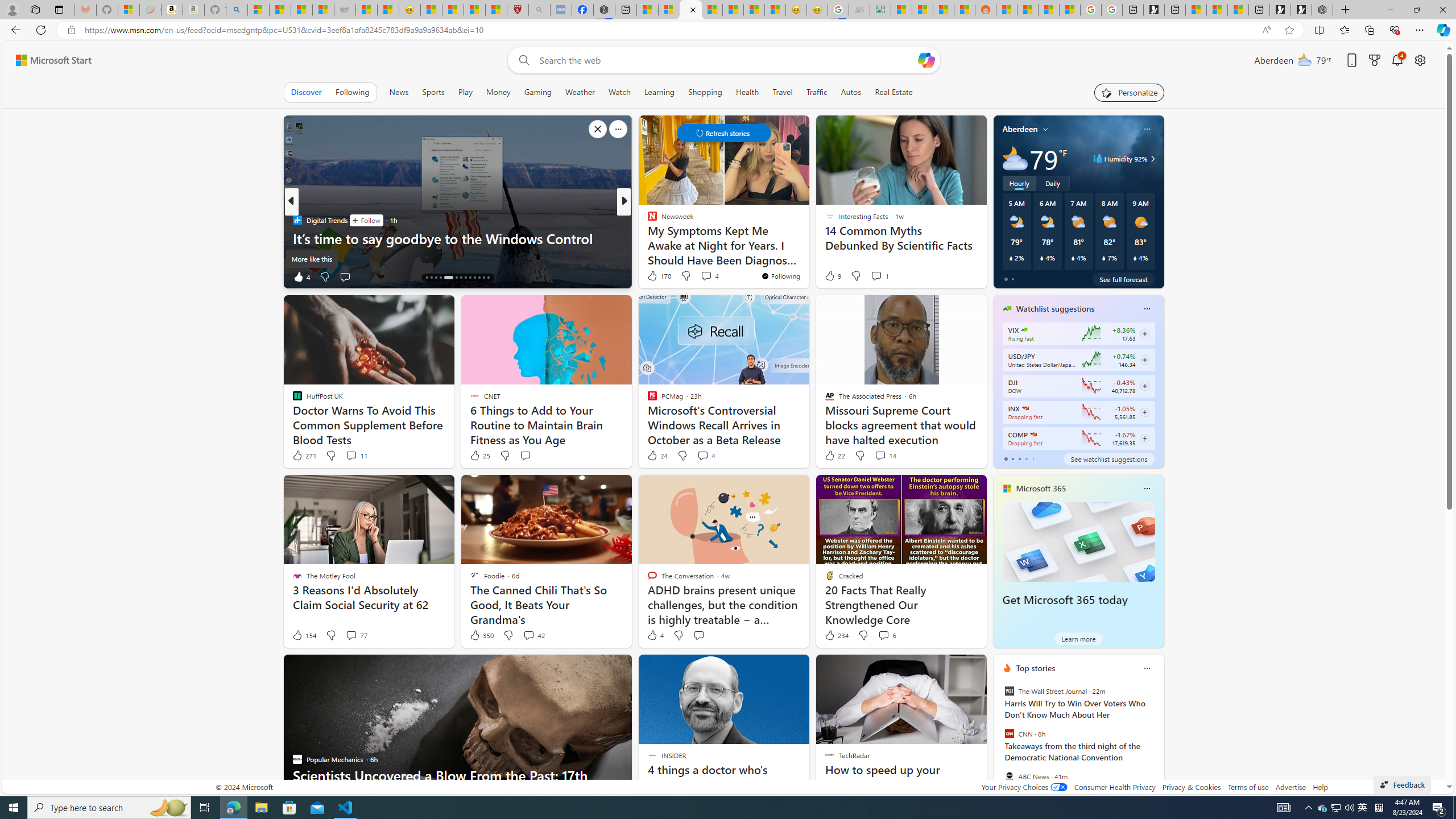  I want to click on '720 Like', so click(655, 276).